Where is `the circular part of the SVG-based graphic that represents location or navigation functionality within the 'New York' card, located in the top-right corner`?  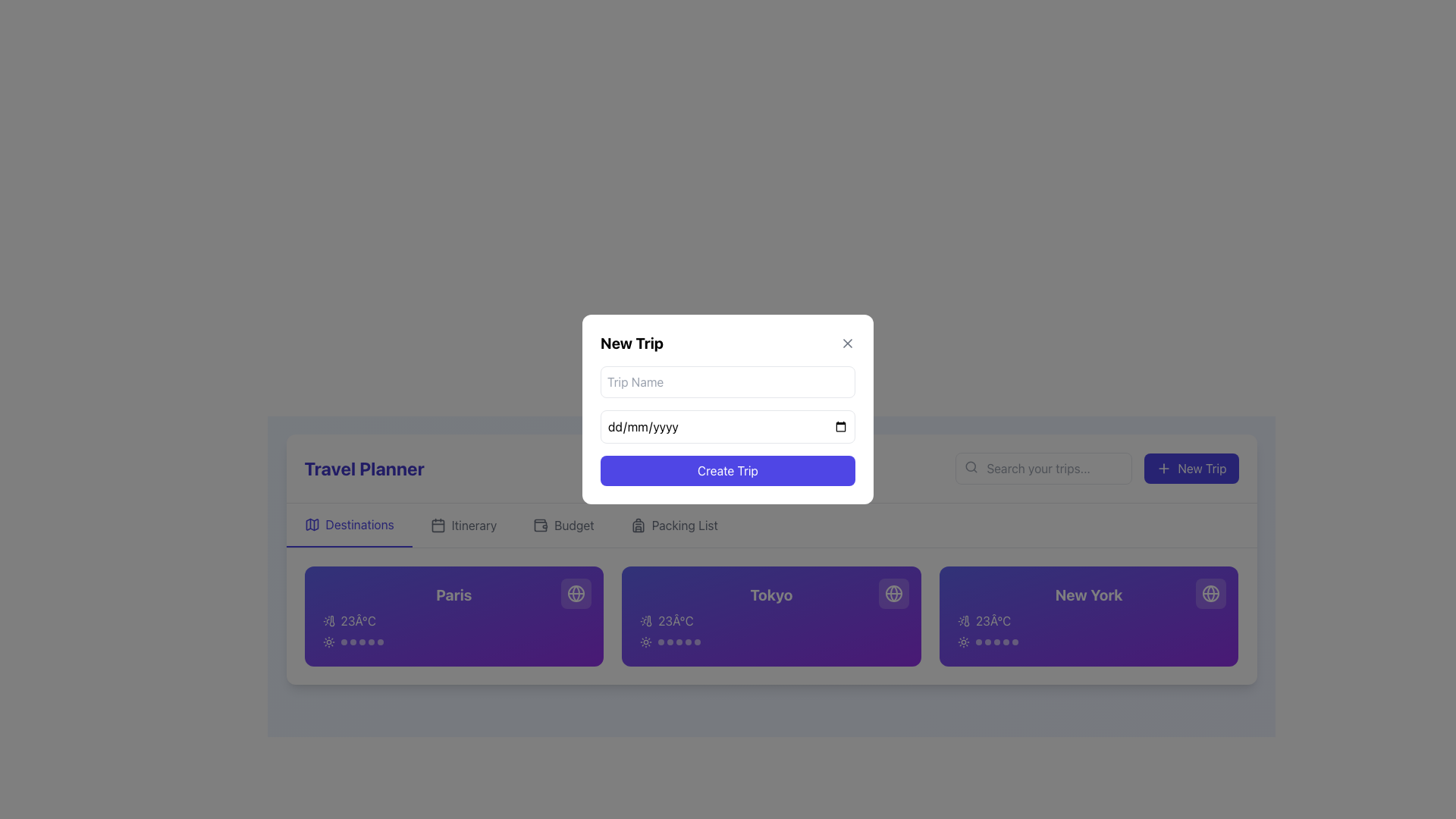 the circular part of the SVG-based graphic that represents location or navigation functionality within the 'New York' card, located in the top-right corner is located at coordinates (1210, 593).